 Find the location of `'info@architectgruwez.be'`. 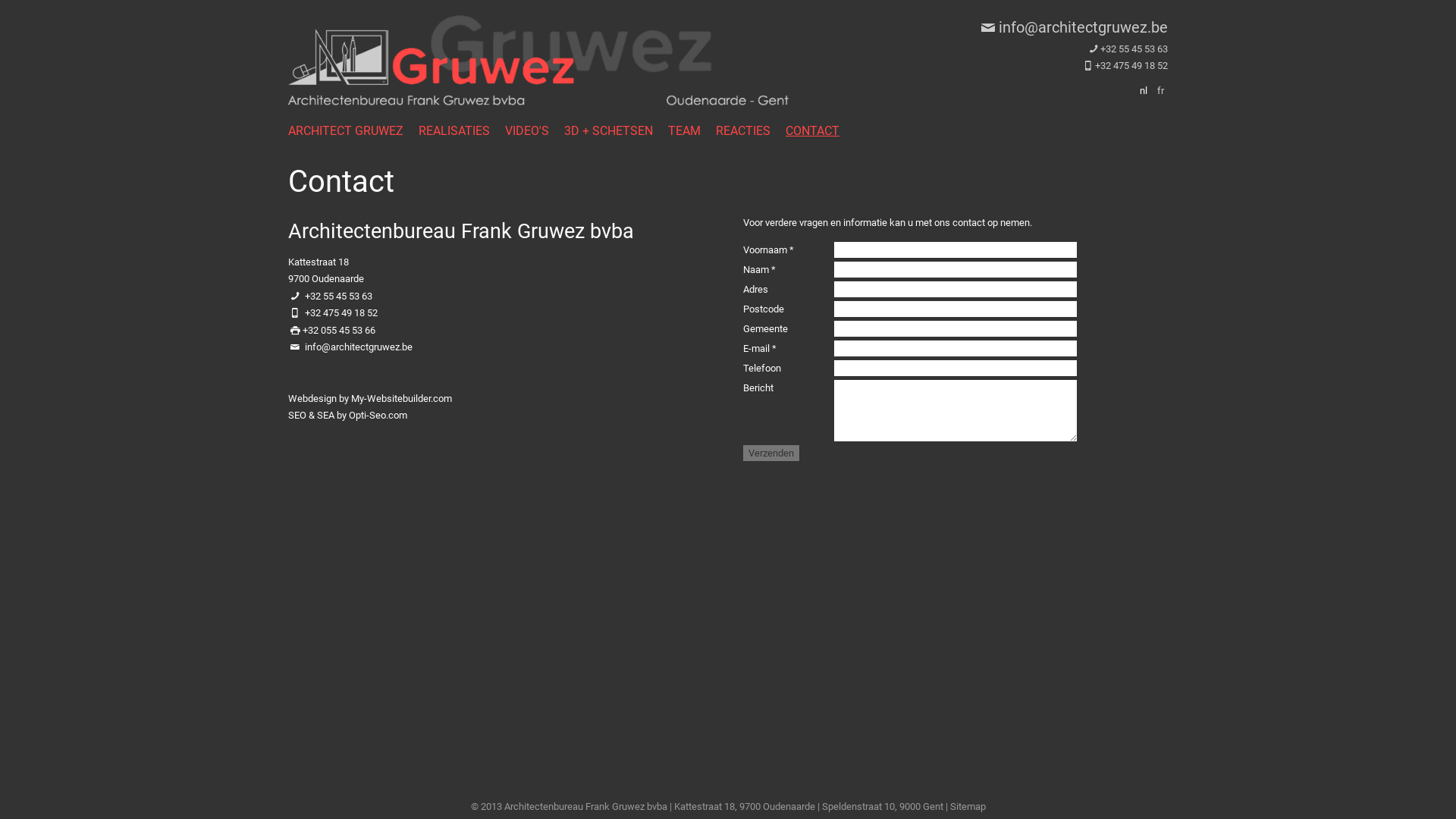

'info@architectgruwez.be' is located at coordinates (1072, 27).